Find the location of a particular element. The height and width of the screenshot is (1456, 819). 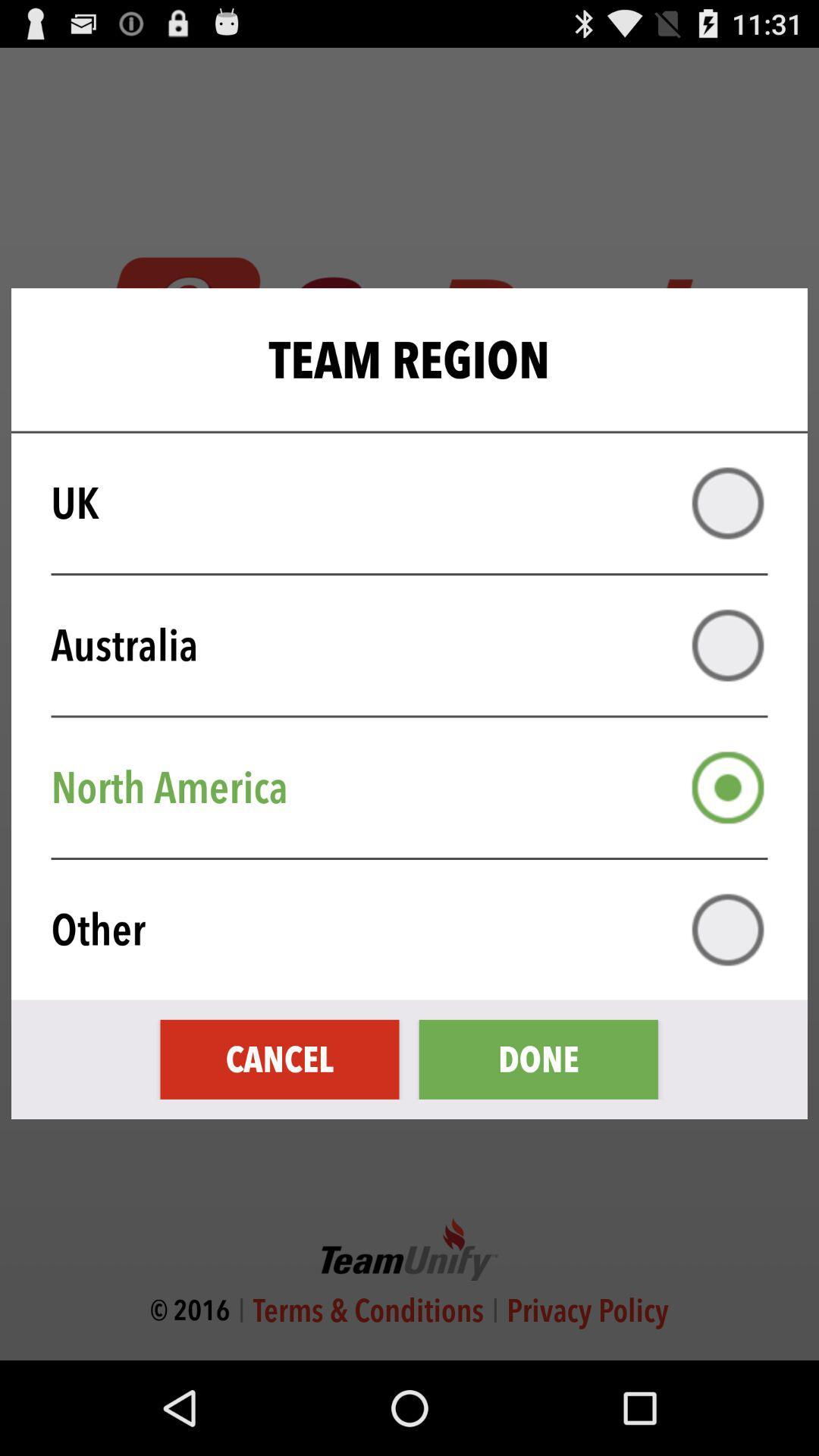

other is located at coordinates (727, 929).